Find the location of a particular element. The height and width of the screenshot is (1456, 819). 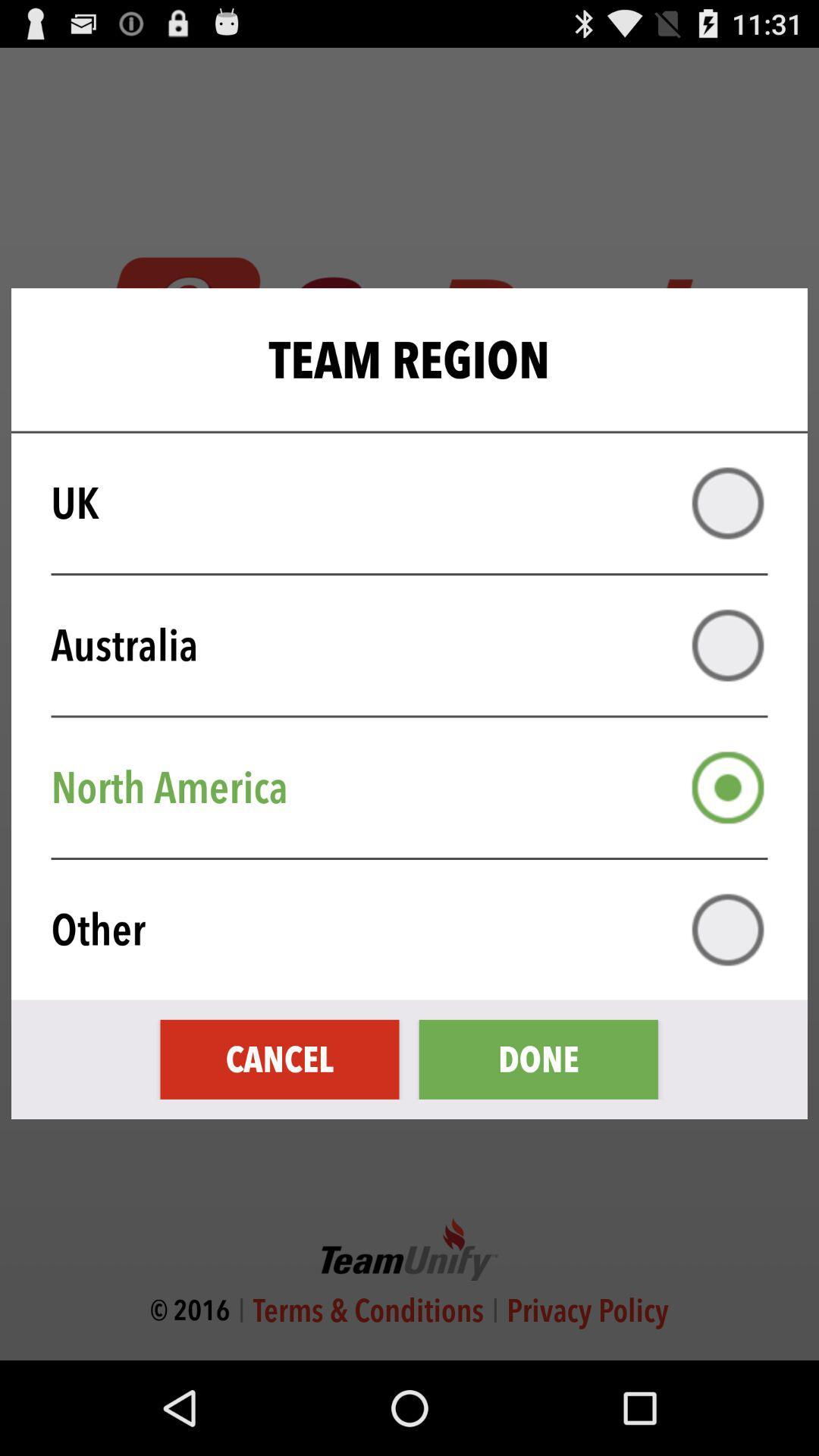

other is located at coordinates (727, 929).